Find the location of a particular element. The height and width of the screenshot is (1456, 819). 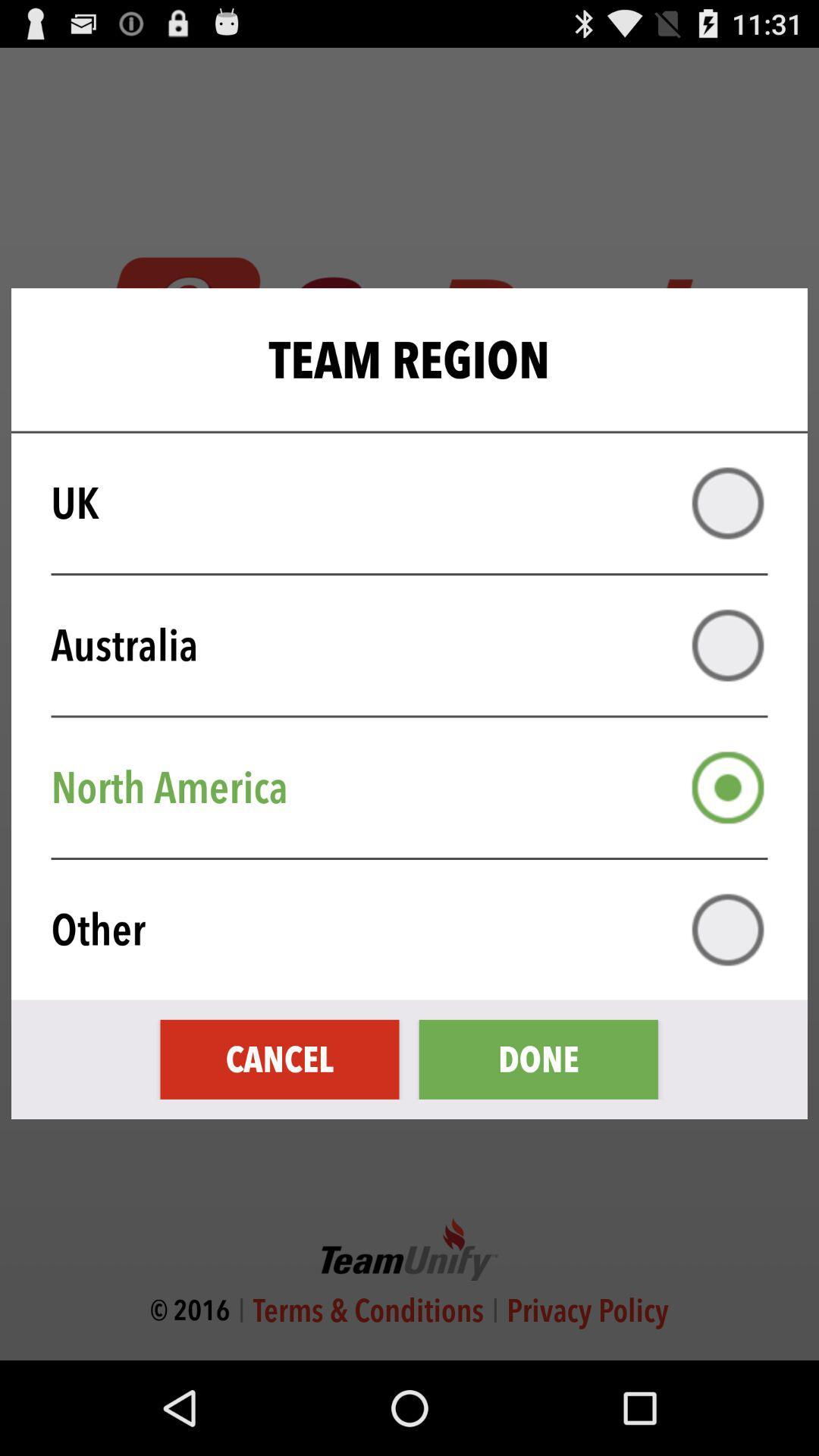

other is located at coordinates (727, 929).